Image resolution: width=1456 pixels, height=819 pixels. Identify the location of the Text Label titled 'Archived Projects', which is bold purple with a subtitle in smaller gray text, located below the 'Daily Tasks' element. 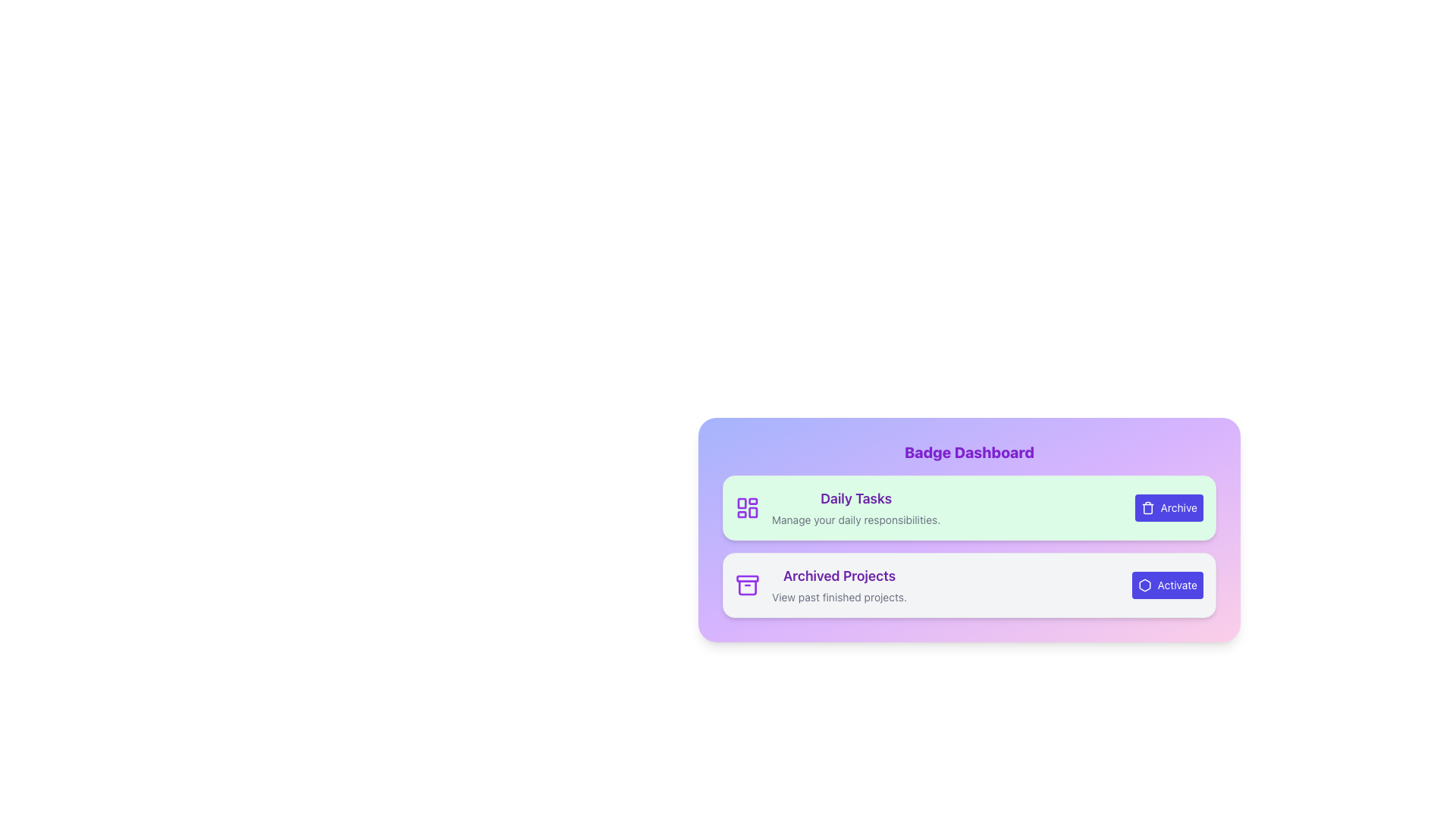
(839, 584).